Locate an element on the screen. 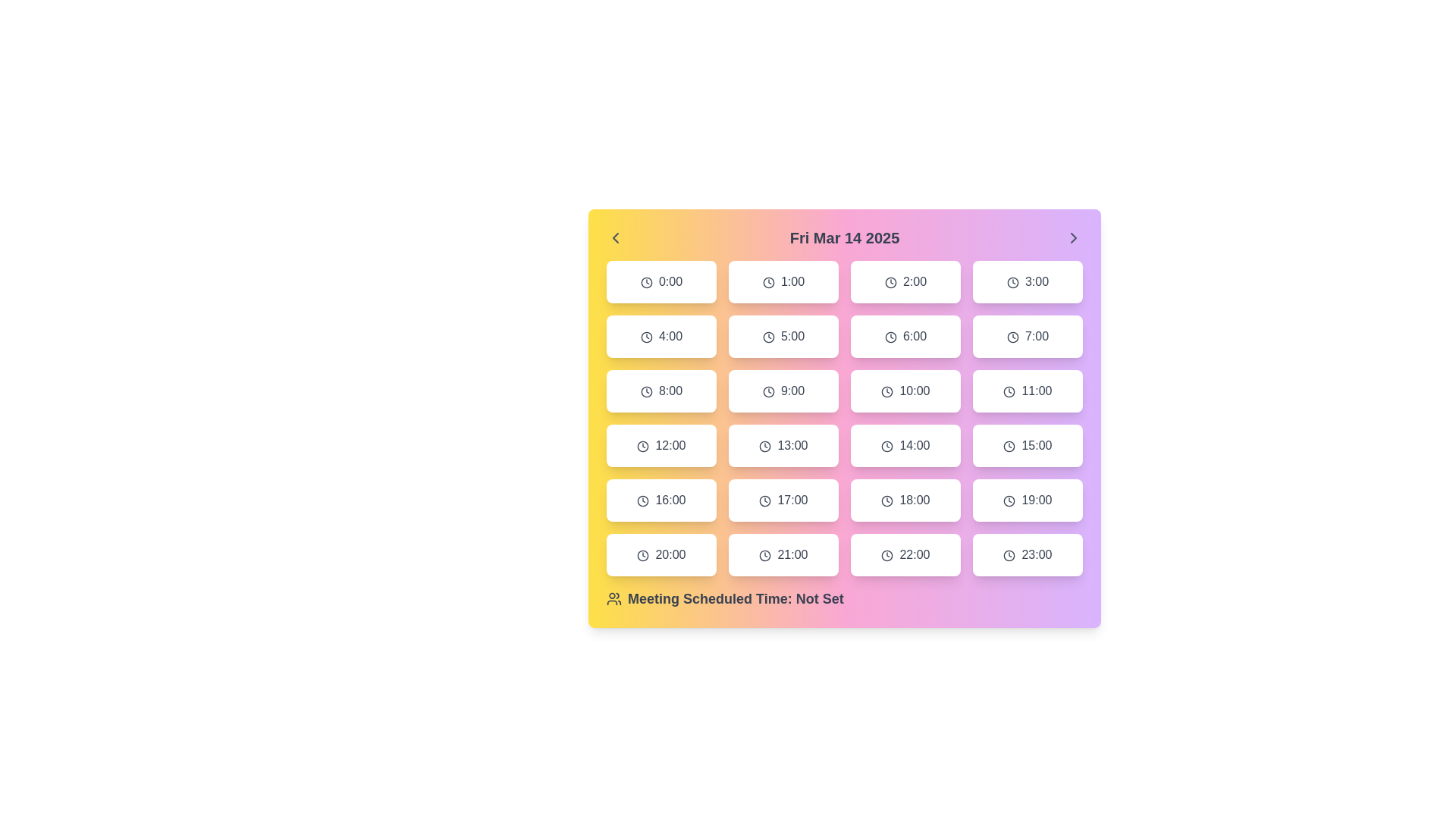 The image size is (1456, 819). the decorative circular outline that represents the clock icon located before the '13:00' button is located at coordinates (765, 445).